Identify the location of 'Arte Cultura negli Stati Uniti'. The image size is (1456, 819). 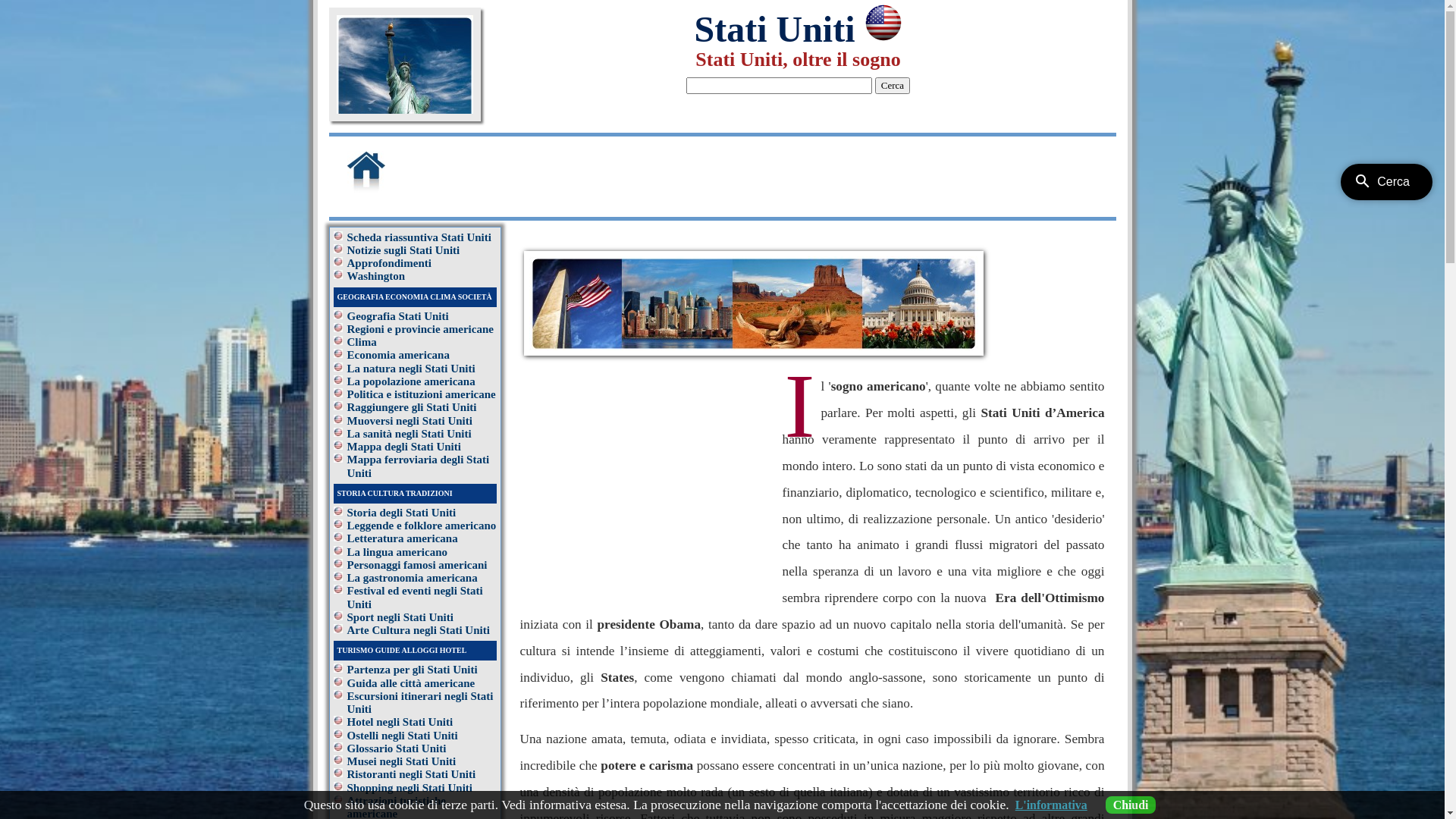
(419, 629).